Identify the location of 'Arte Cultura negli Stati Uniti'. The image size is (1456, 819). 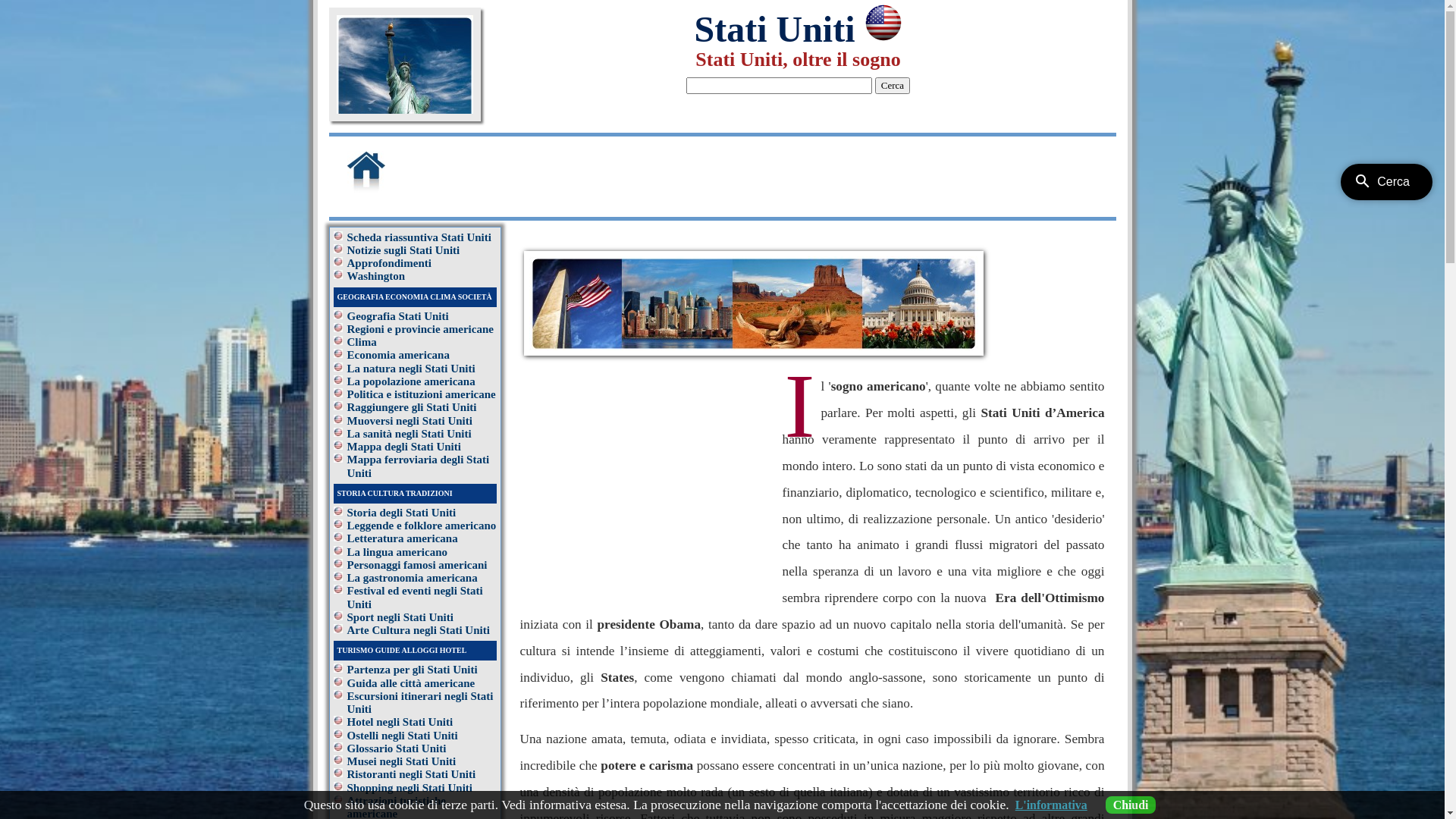
(419, 629).